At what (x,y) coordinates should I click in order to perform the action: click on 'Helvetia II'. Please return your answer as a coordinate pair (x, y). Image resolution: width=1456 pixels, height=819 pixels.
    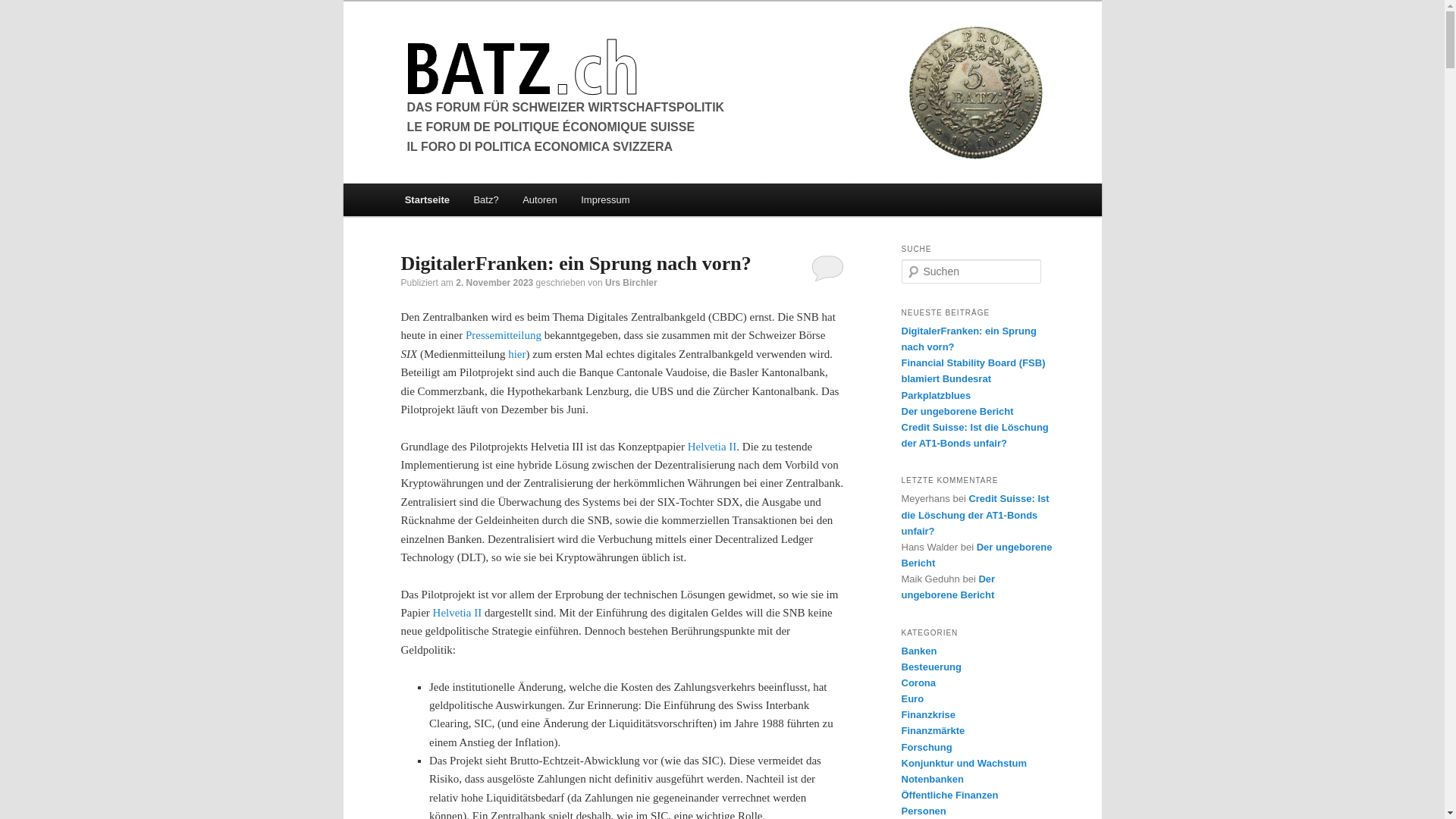
    Looking at the image, I should click on (687, 446).